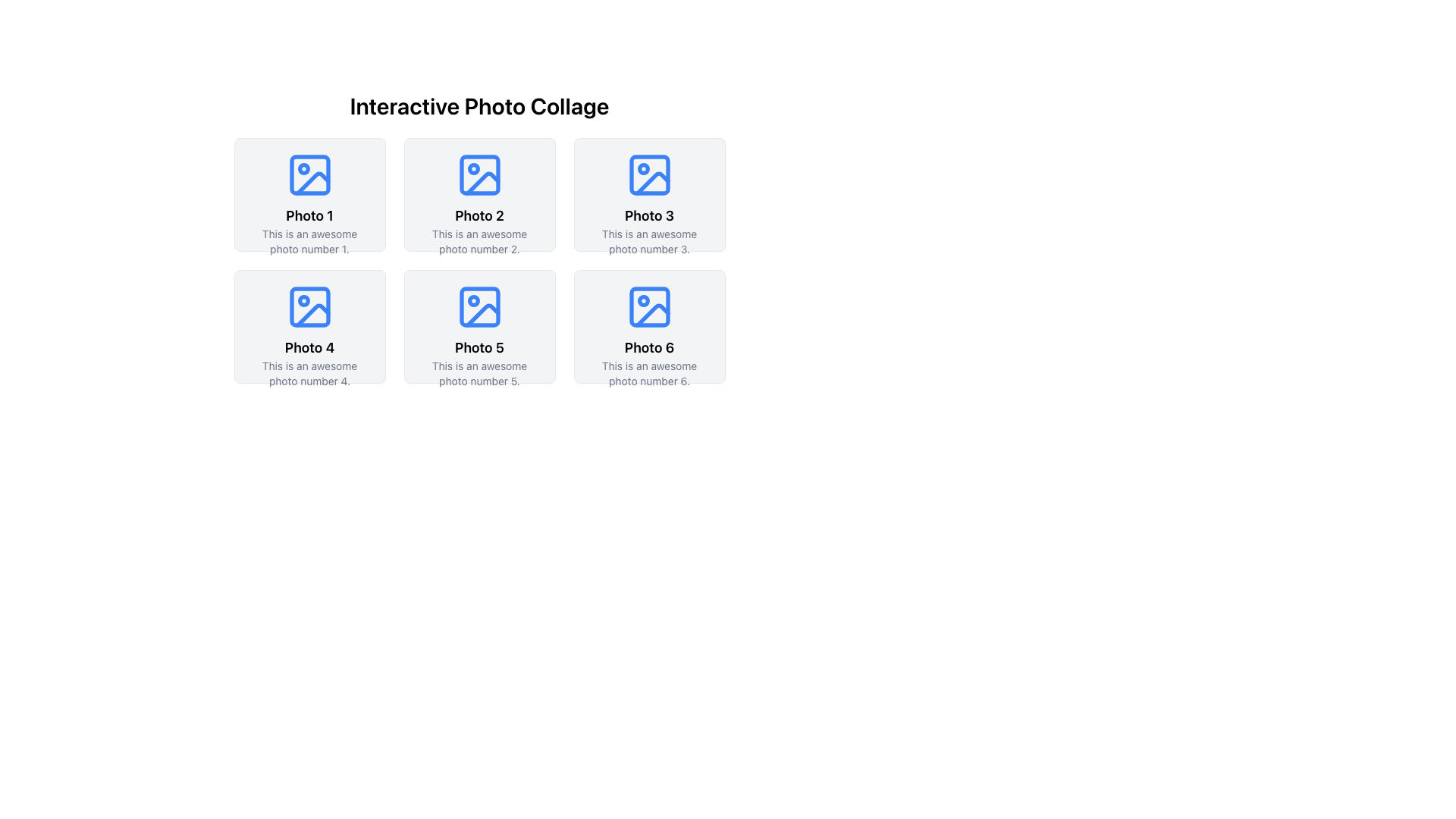 This screenshot has height=819, width=1456. I want to click on text block labeled 'Photo 3', which is prominently displayed in bold font at the top of the third card in the first row of a grid layout, so click(649, 216).